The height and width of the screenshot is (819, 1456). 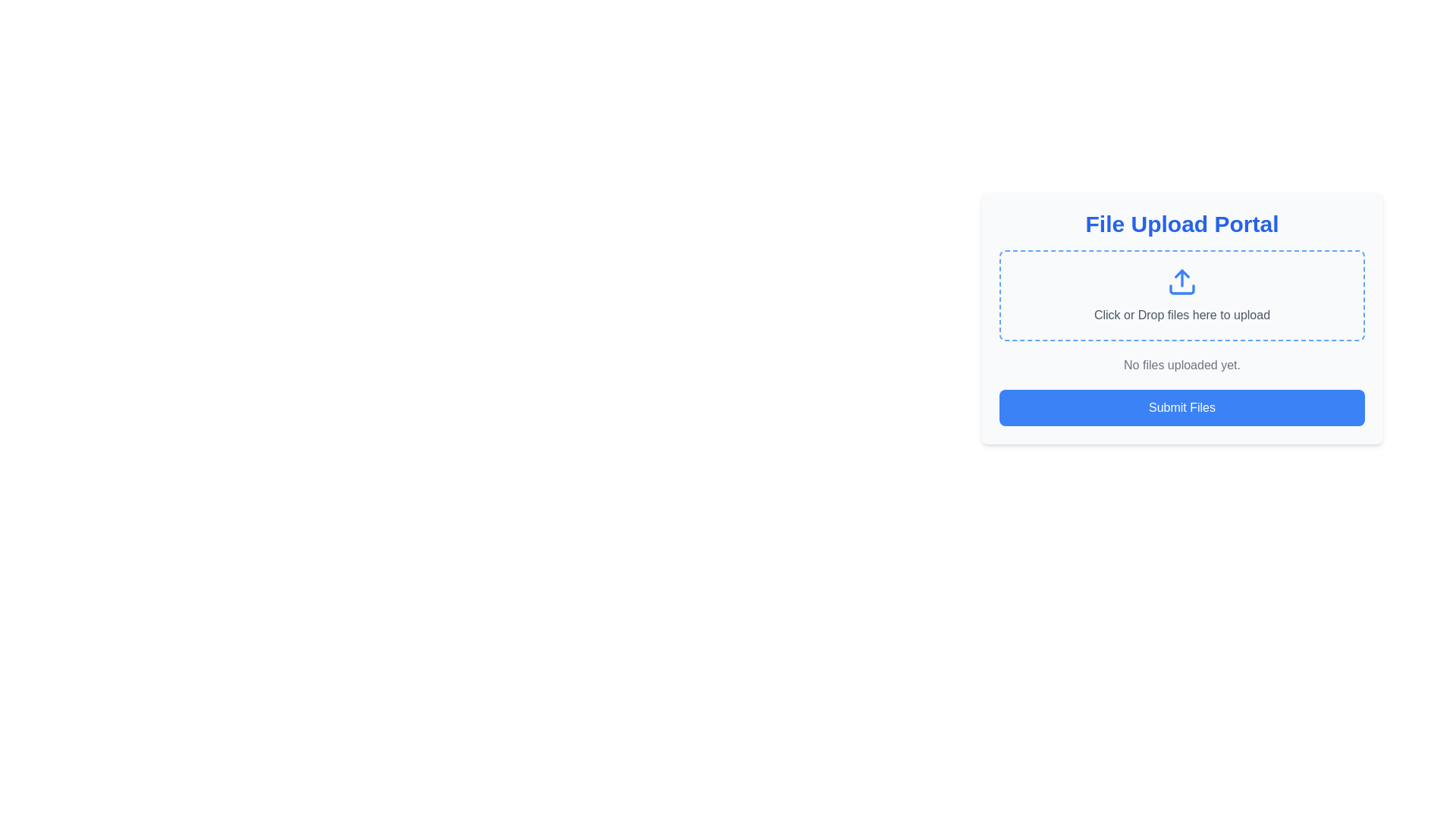 What do you see at coordinates (1181, 289) in the screenshot?
I see `the Icon segment (curve of SVG element) representing the upload action, which is centrally located in the file upload interface, beneath the upward-pointing arrow and above the text 'Click or Drop files here to upload'` at bounding box center [1181, 289].